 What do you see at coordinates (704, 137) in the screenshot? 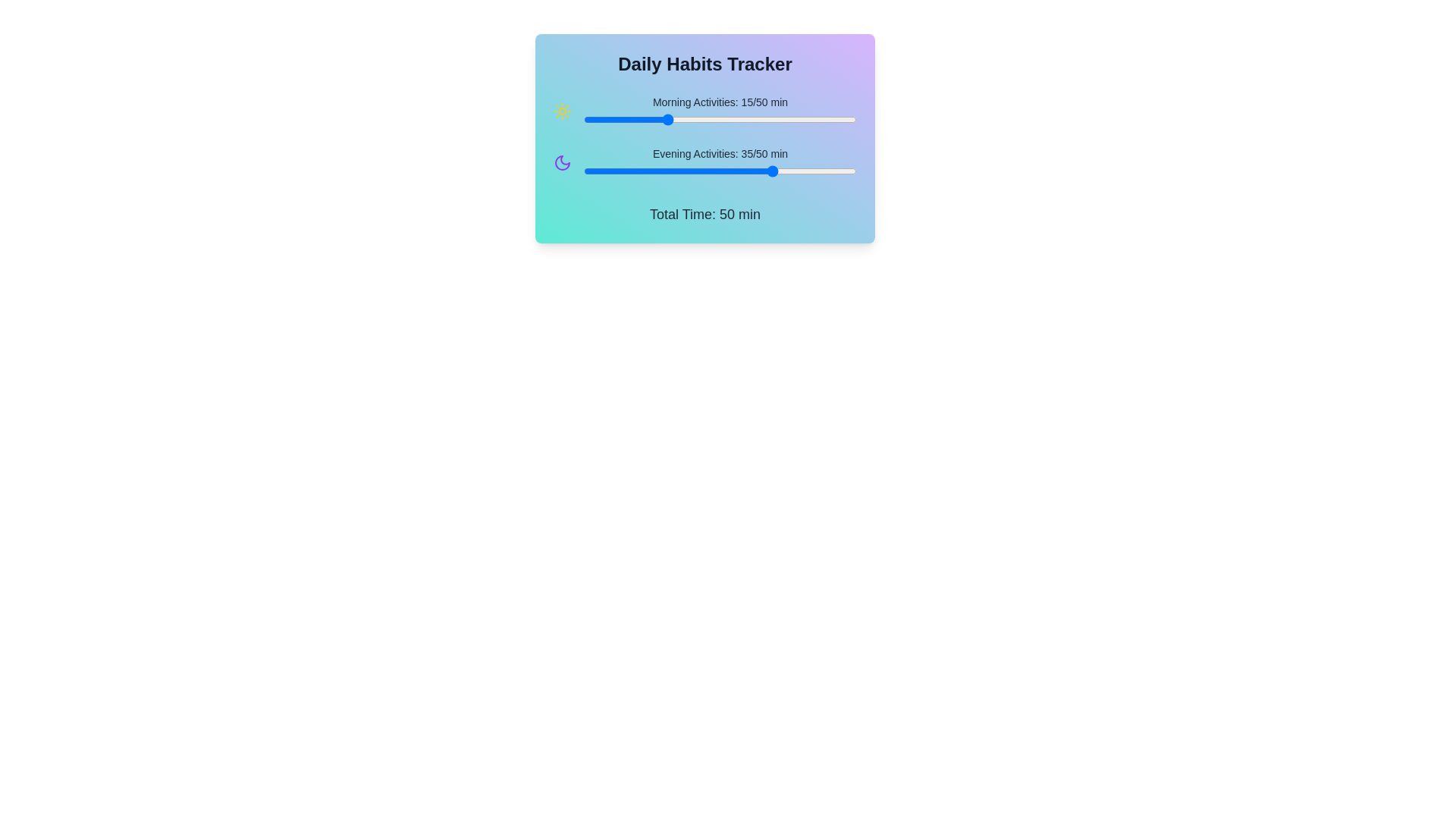
I see `the adjustable progress bars located within the 'Daily Habits Tracker' card, which visually tracks morning and evening activities` at bounding box center [704, 137].